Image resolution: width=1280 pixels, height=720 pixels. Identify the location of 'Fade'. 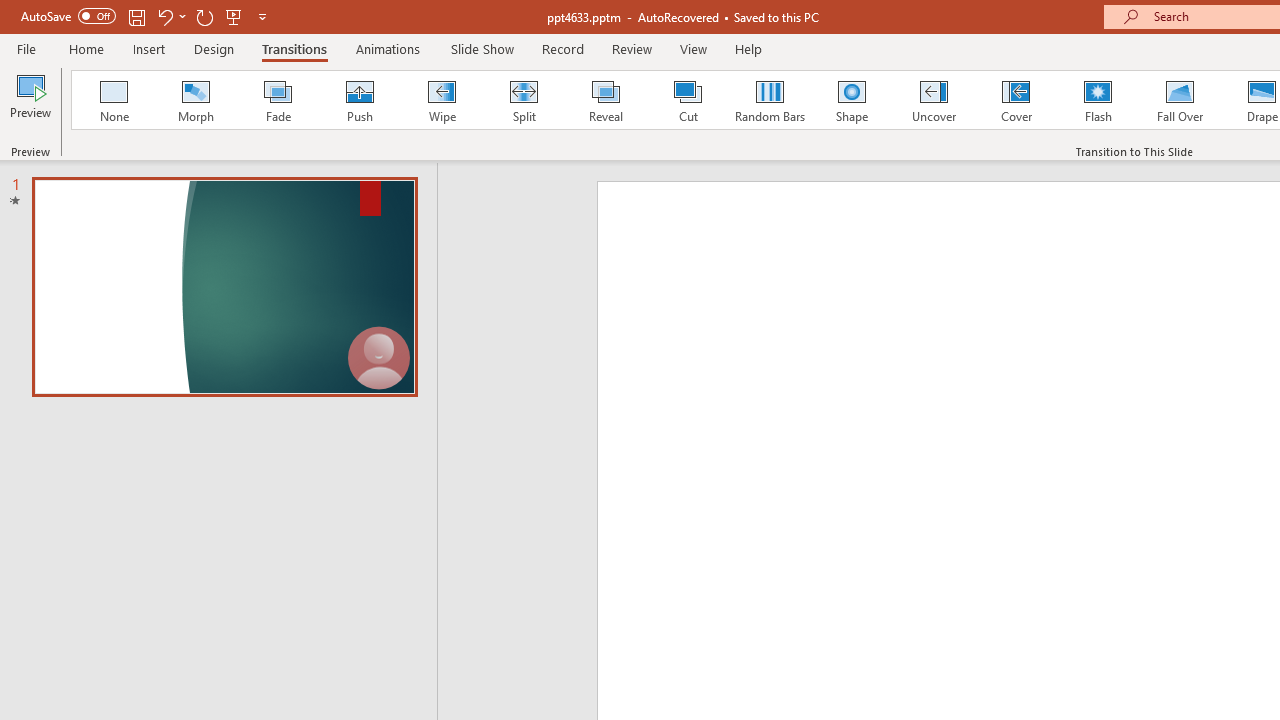
(276, 100).